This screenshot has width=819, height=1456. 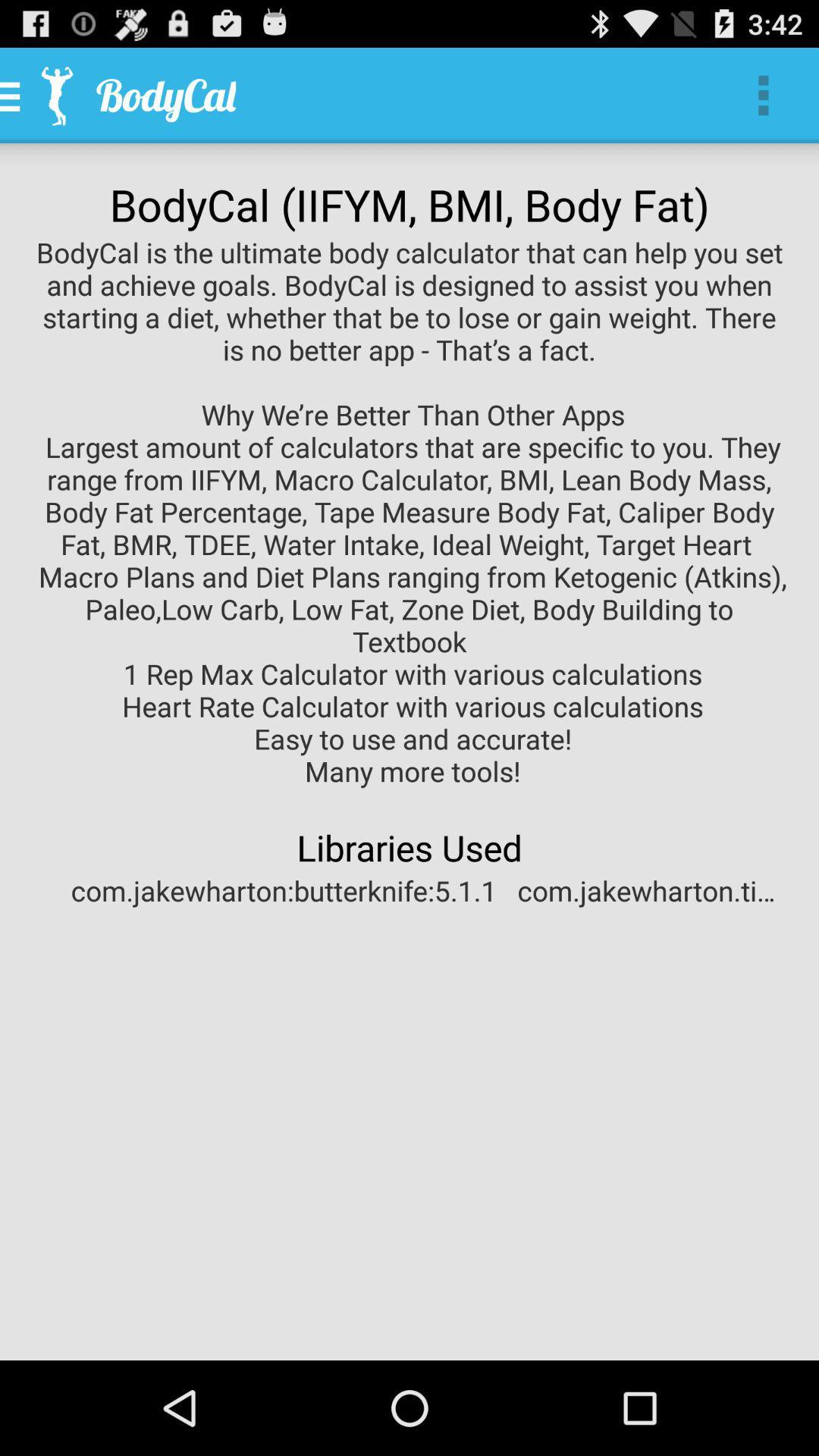 I want to click on item next to bodycal app, so click(x=763, y=94).